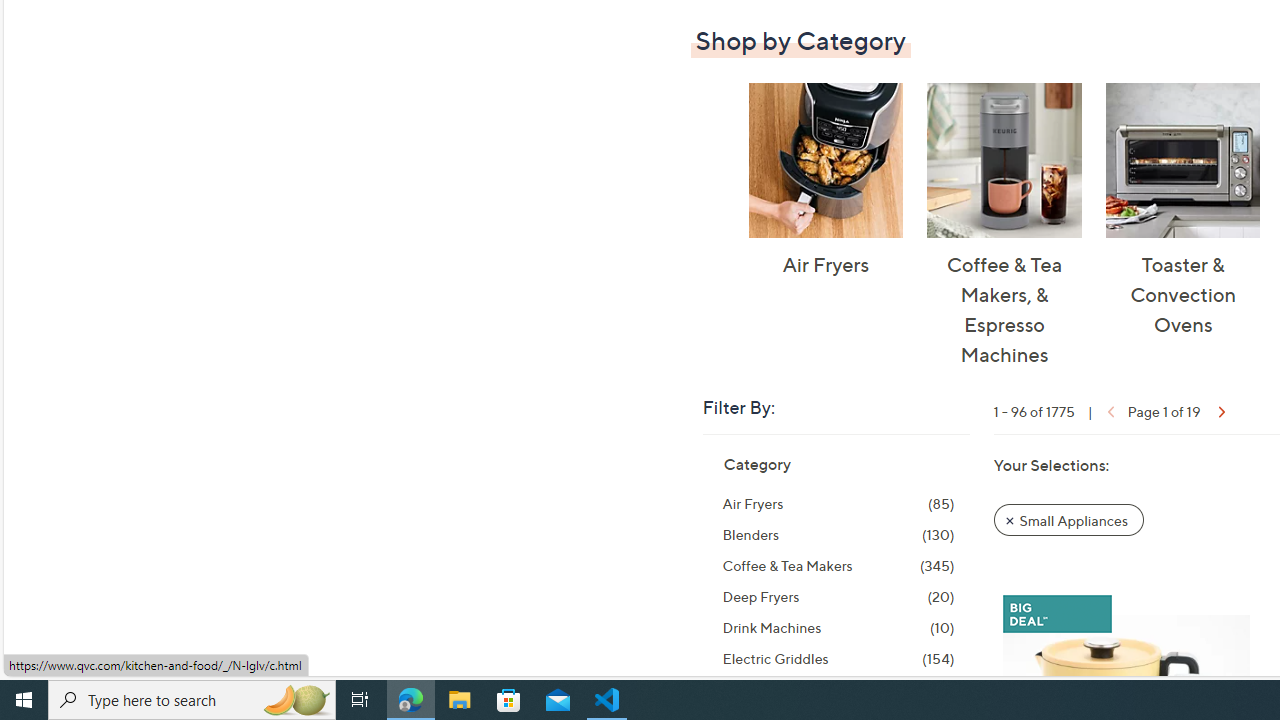  Describe the element at coordinates (825, 181) in the screenshot. I see `'Air Fryers Air Fryers'` at that location.